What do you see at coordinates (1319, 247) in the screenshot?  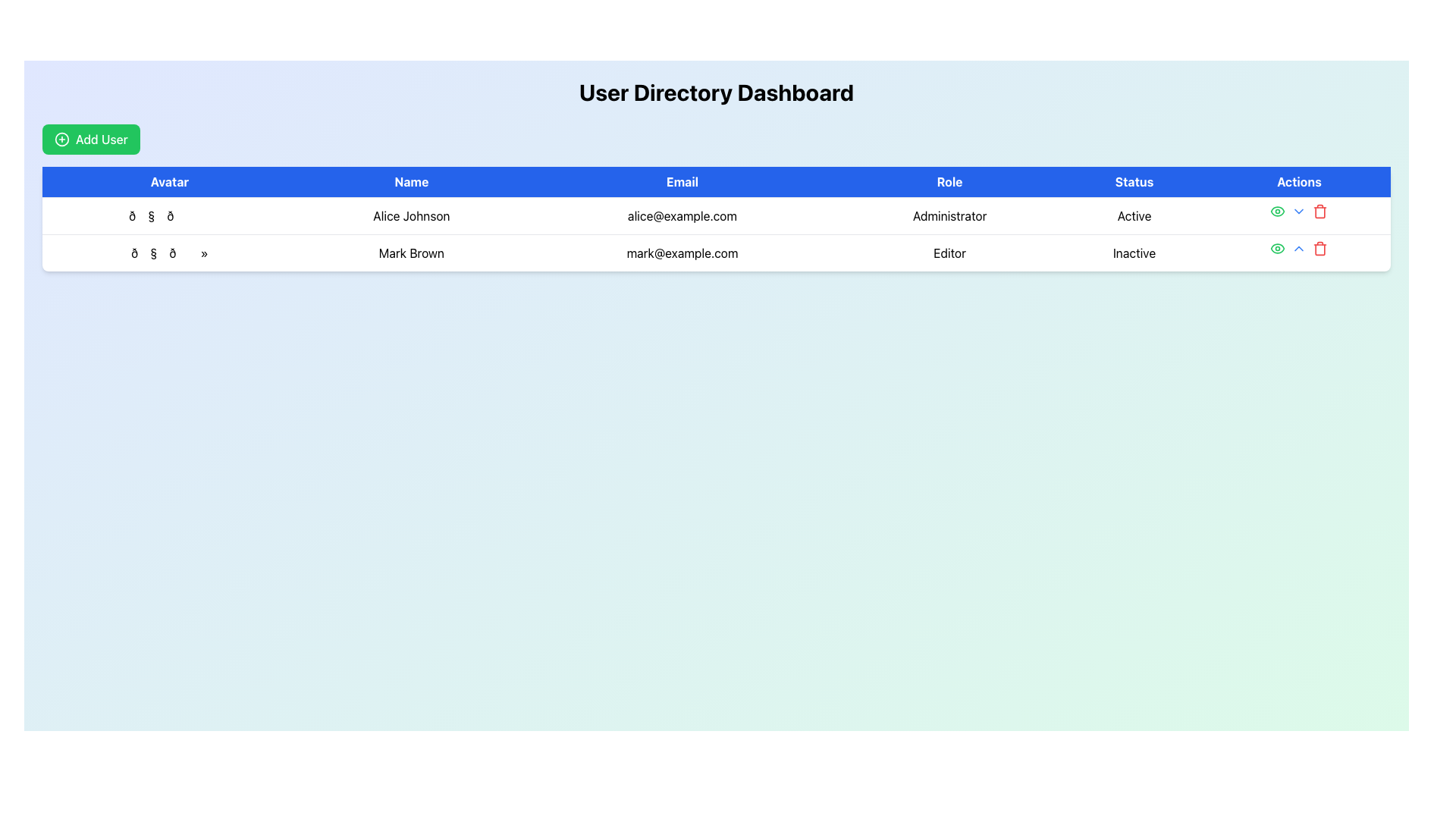 I see `the 'Delete' button icon in the 'Actions' column of the row corresponding to 'Mark Brown', which is the third icon after the 'eye' and 'chevron-up' icons` at bounding box center [1319, 247].